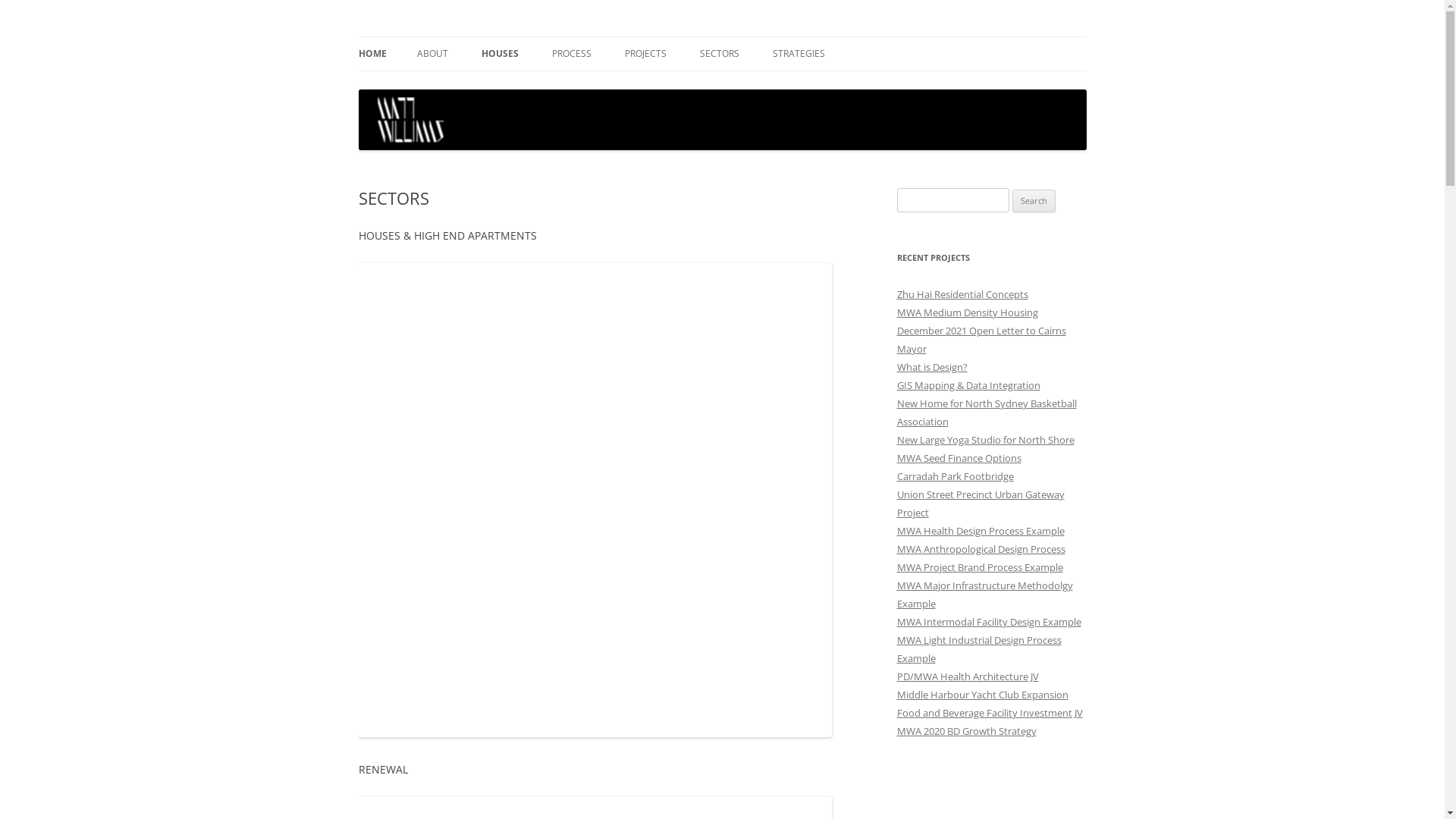 Image resolution: width=1456 pixels, height=819 pixels. I want to click on 'MWA Light Industrial Design Process Example', so click(978, 648).